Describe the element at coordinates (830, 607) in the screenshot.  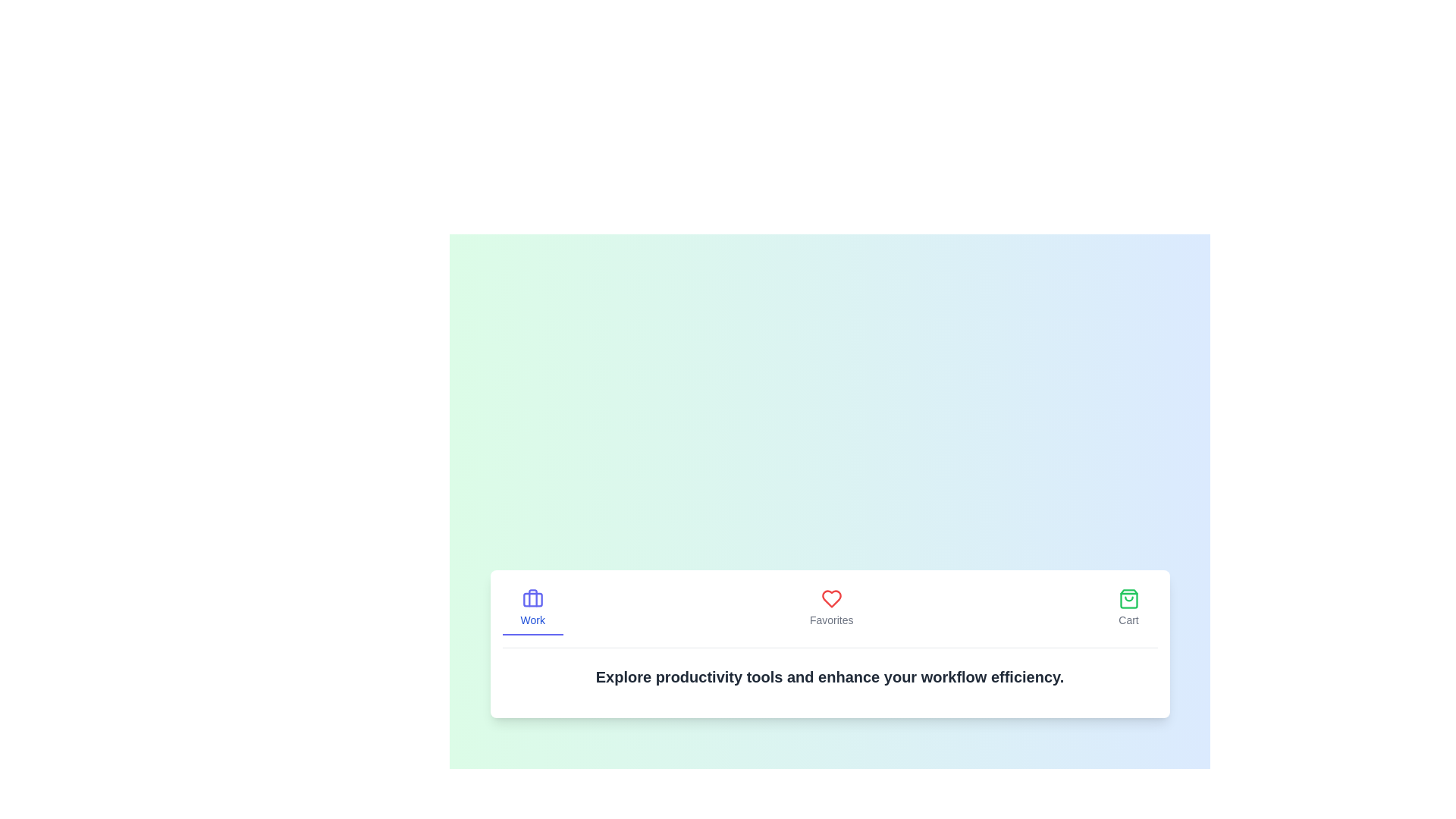
I see `the tab icon Favorites to observe the visual effect` at that location.